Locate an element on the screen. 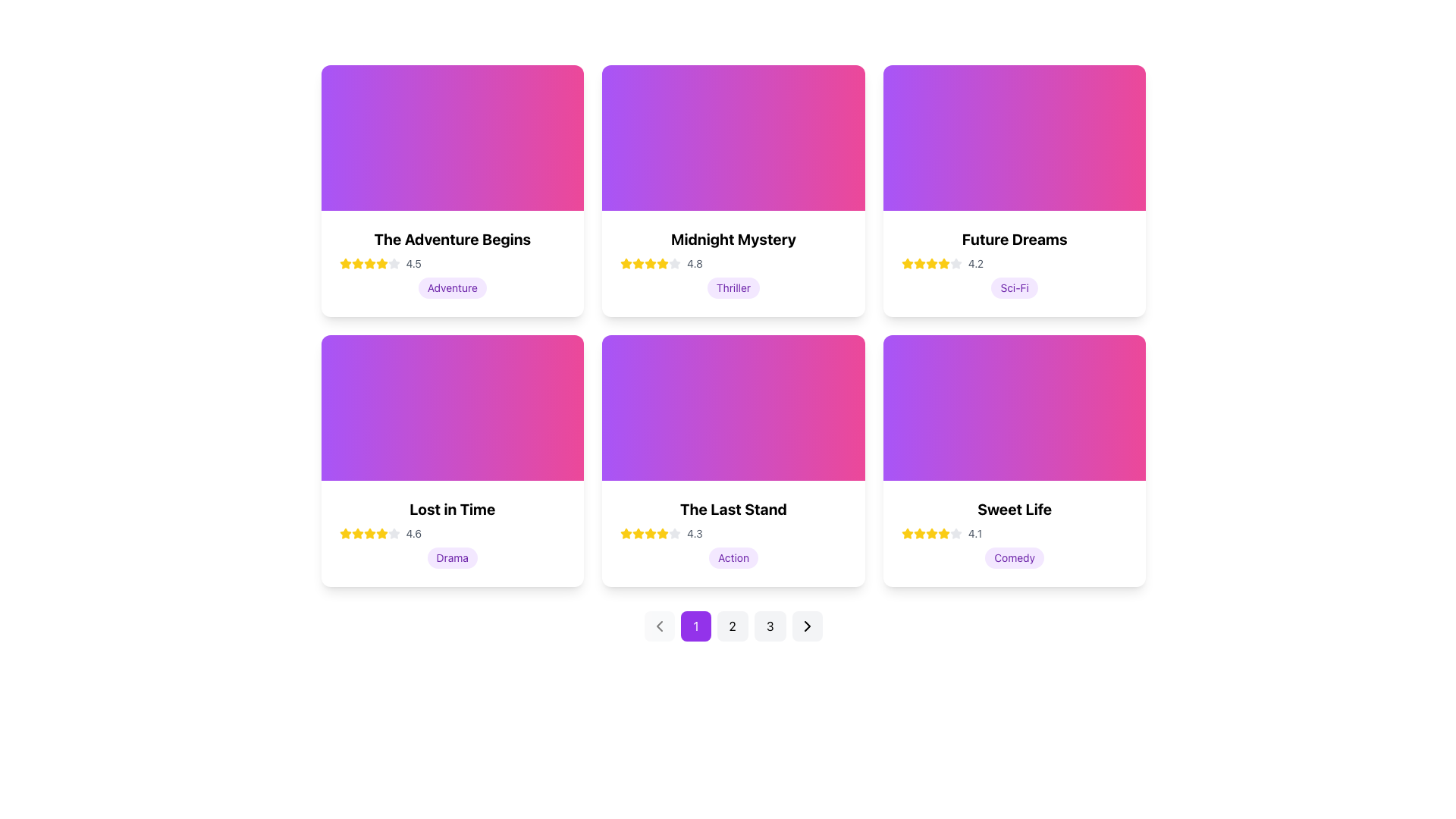  the media card displaying information about a media item located in the second row, first column of the grid layout is located at coordinates (451, 533).